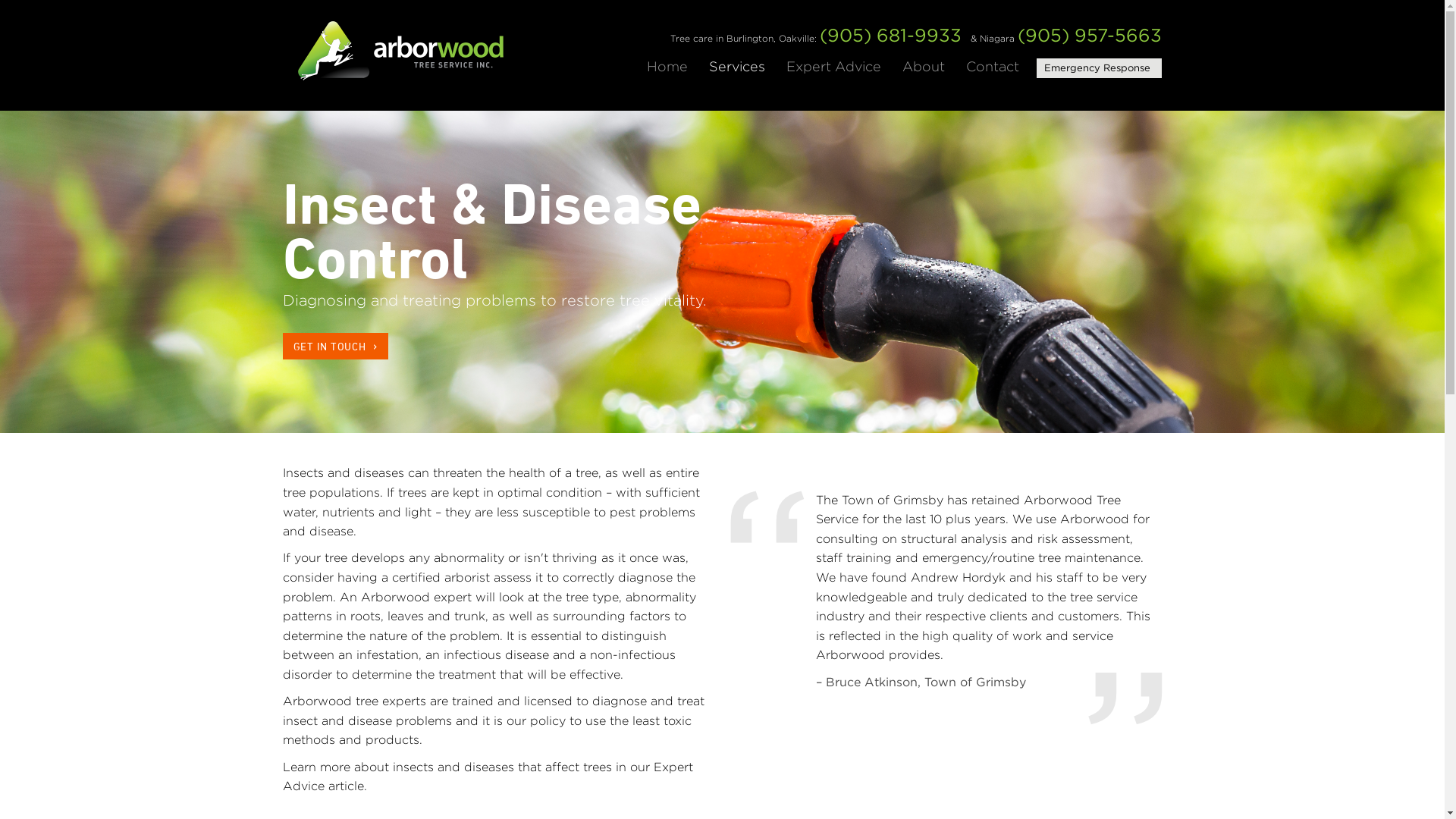  What do you see at coordinates (890, 34) in the screenshot?
I see `'(905) 681-9933'` at bounding box center [890, 34].